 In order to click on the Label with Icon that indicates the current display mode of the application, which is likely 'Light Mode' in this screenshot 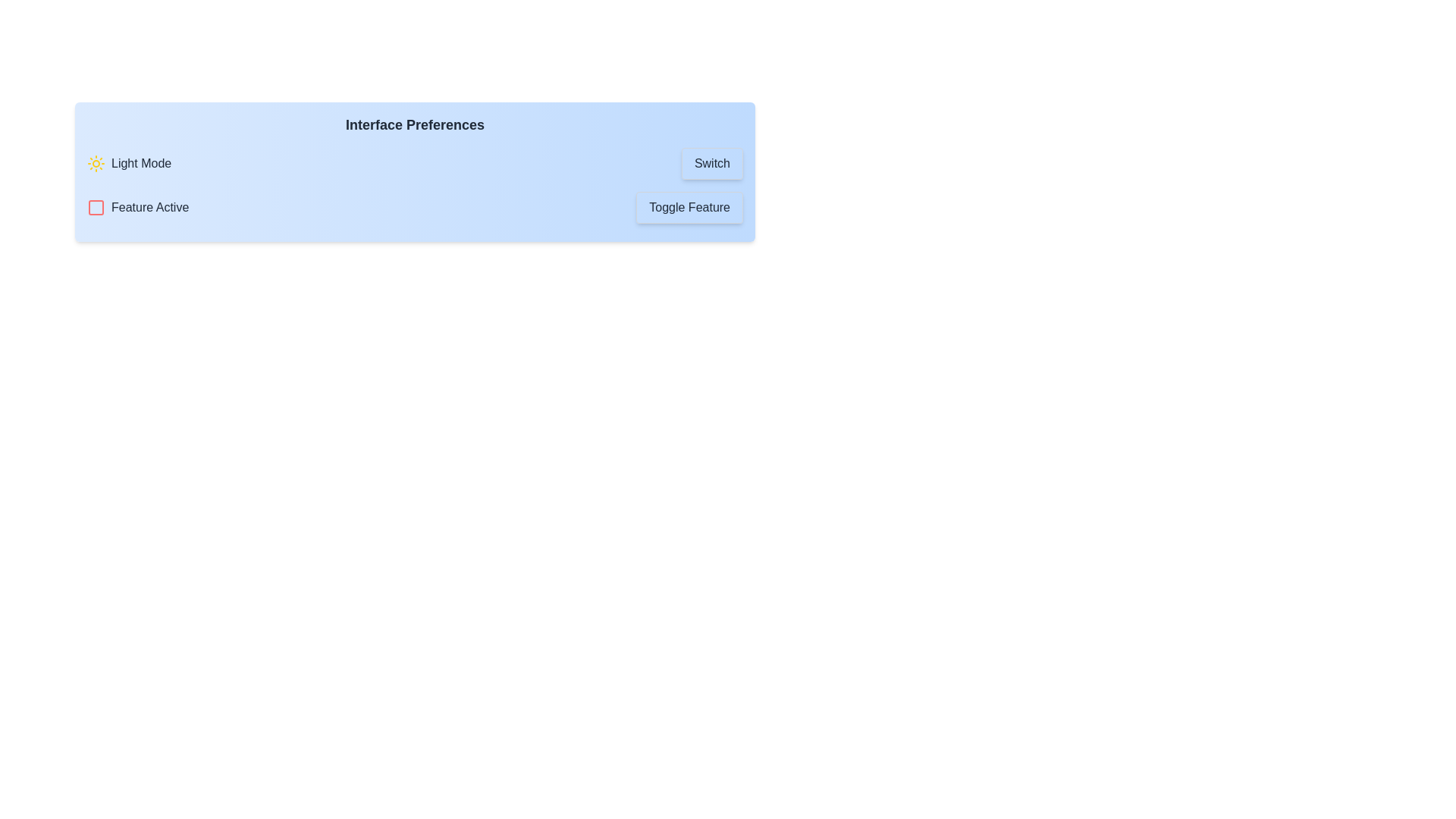, I will do `click(129, 164)`.